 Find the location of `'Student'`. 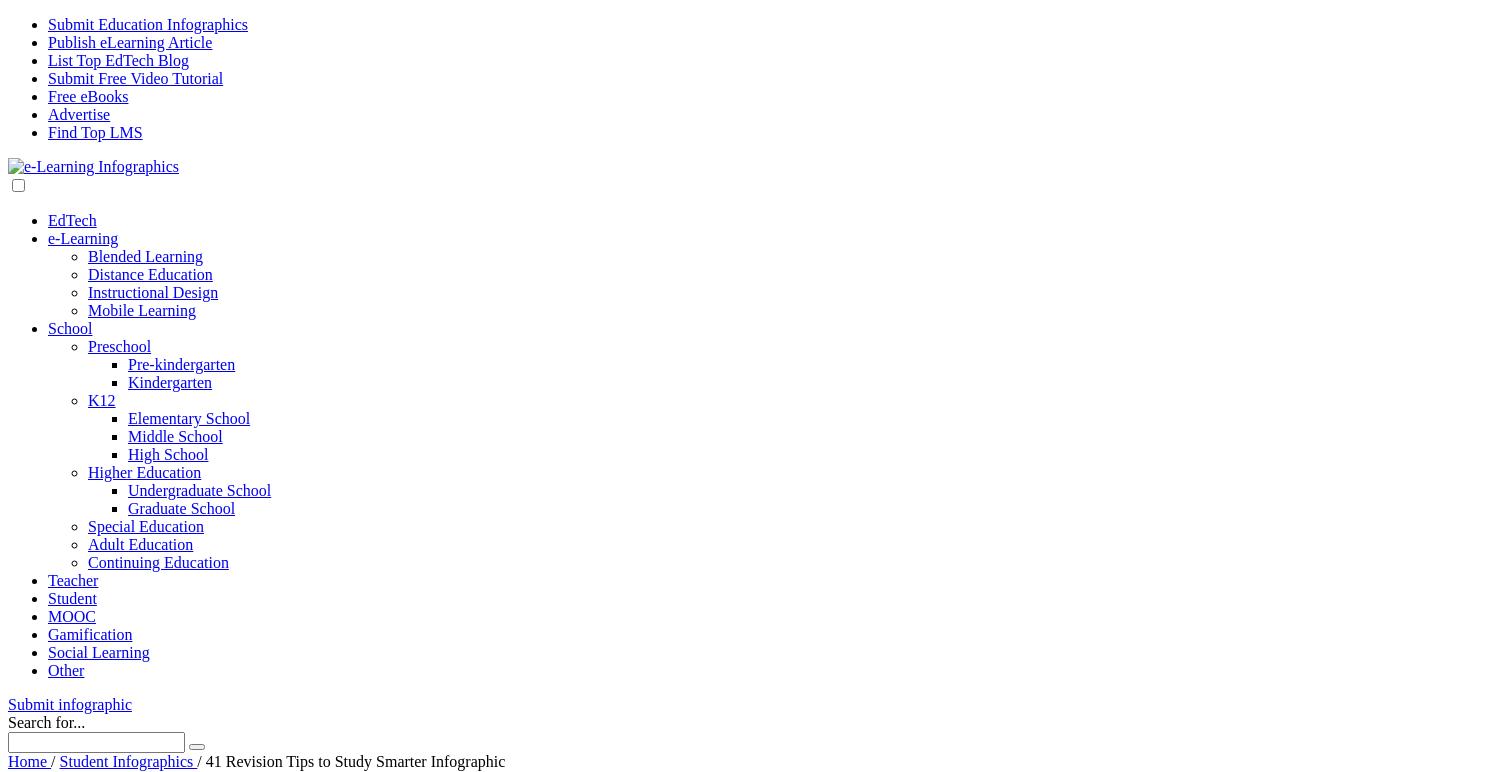

'Student' is located at coordinates (47, 598).